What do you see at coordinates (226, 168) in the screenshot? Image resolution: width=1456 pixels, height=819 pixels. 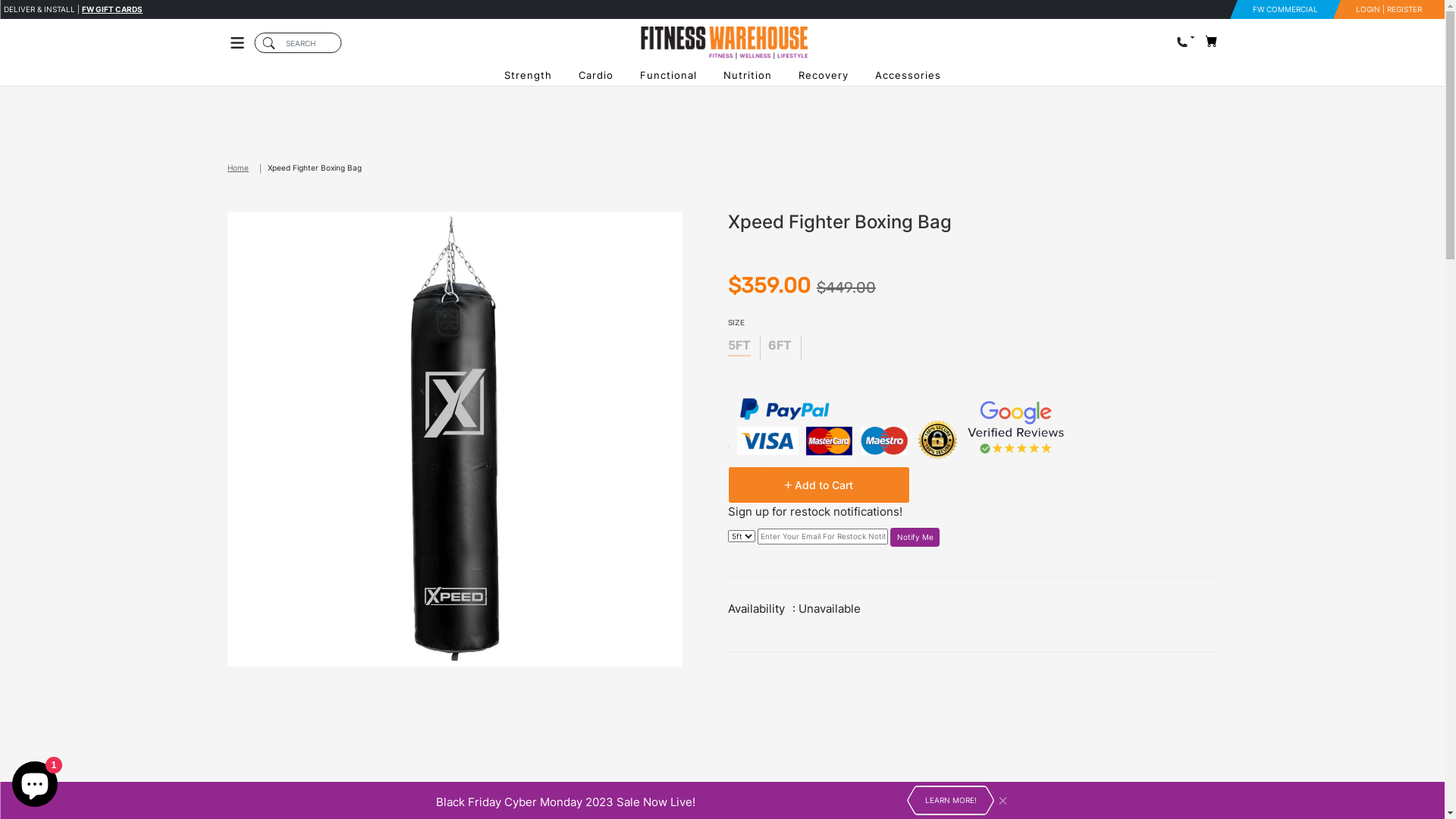 I see `'Home'` at bounding box center [226, 168].